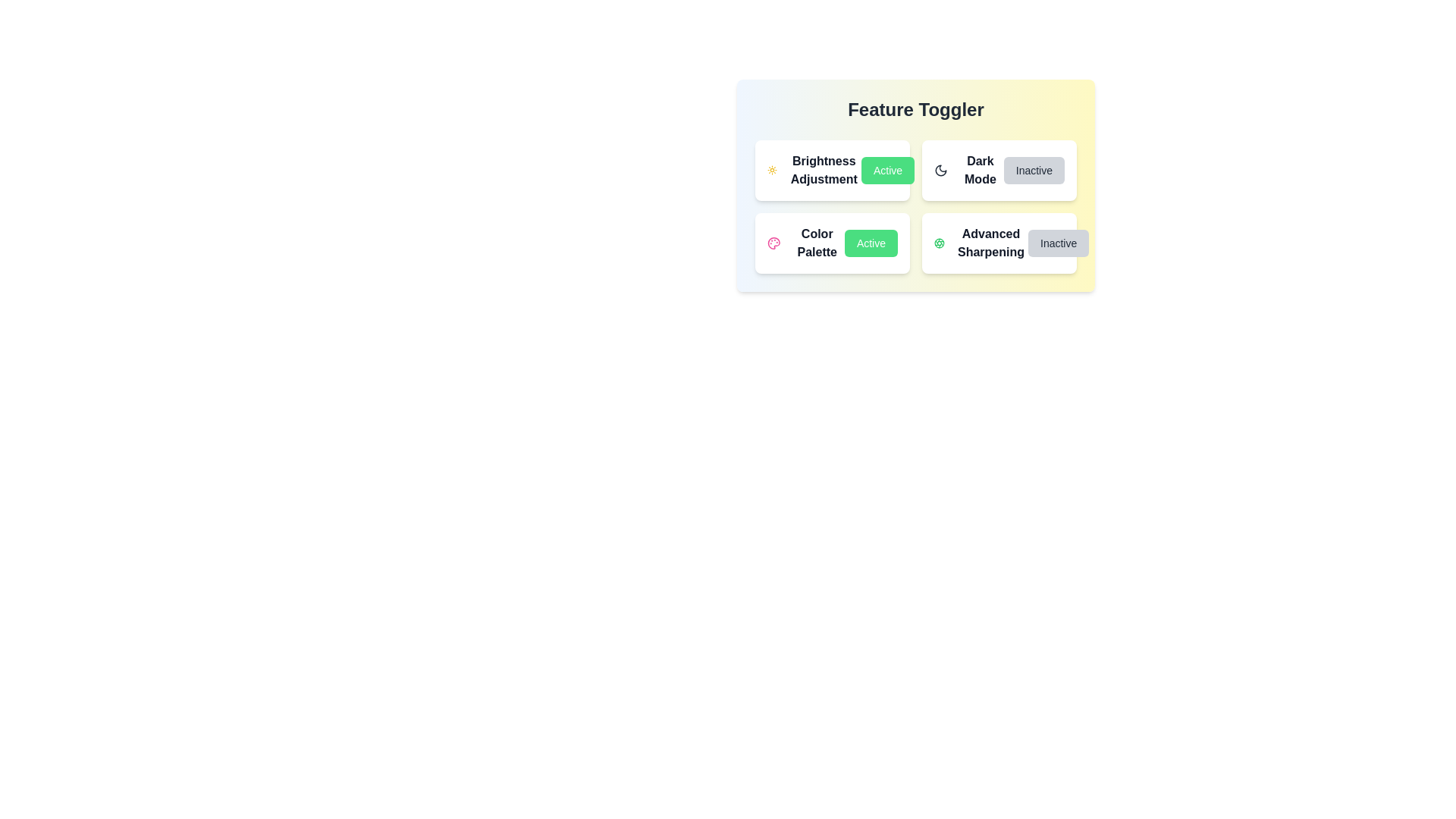 Image resolution: width=1456 pixels, height=819 pixels. What do you see at coordinates (1058, 242) in the screenshot?
I see `button corresponding to the feature Advanced Sharpening to toggle its state` at bounding box center [1058, 242].